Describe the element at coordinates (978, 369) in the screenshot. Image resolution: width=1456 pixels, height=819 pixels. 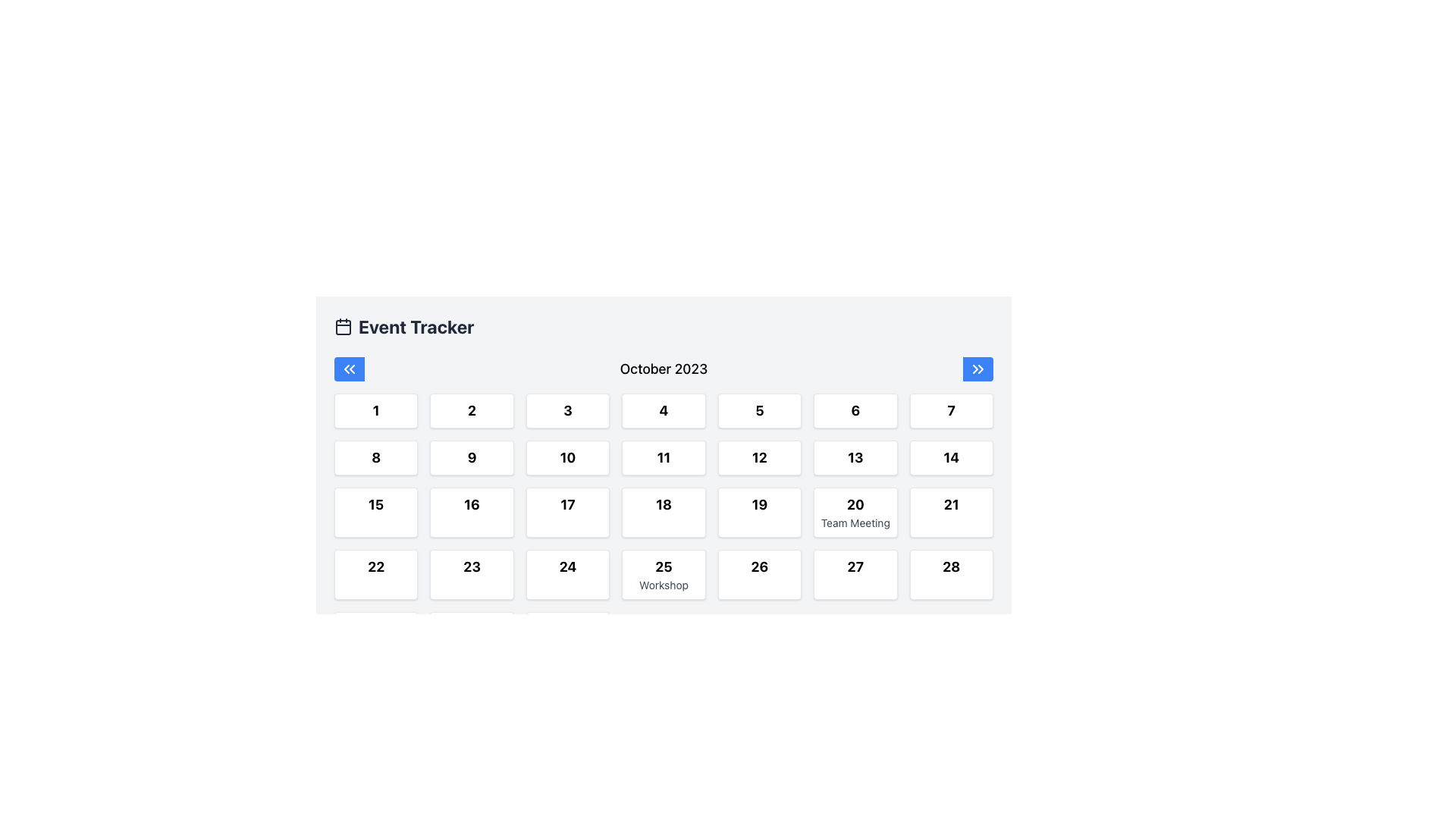
I see `the blue rectangular button with rounded right corners and a dual-chevron icon` at that location.